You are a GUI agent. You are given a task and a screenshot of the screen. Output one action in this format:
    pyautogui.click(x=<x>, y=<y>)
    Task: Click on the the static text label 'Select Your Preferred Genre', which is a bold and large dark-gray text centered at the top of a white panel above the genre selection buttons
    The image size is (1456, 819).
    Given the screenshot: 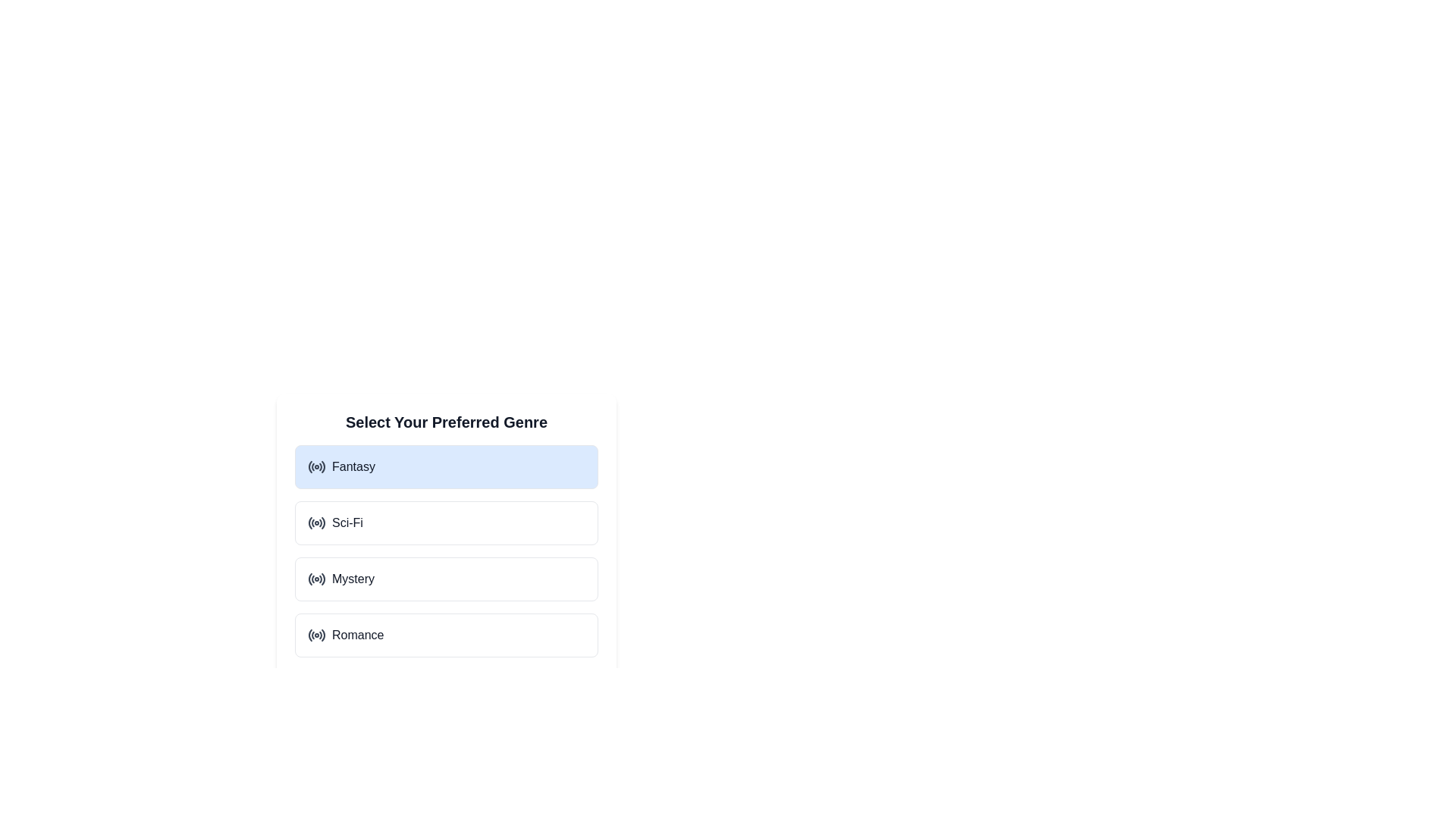 What is the action you would take?
    pyautogui.click(x=446, y=422)
    